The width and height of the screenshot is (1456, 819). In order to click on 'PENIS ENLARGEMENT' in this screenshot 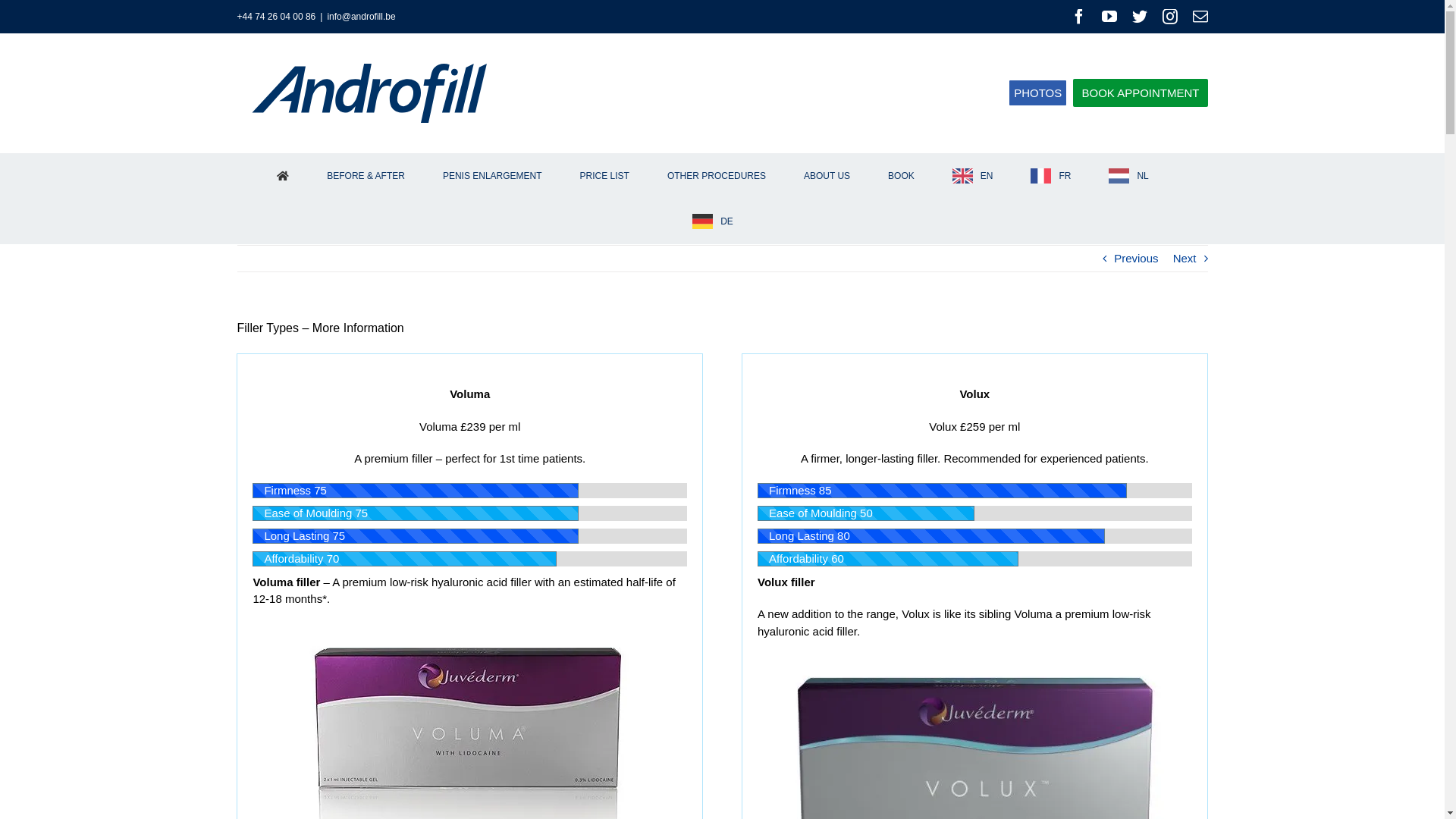, I will do `click(491, 174)`.